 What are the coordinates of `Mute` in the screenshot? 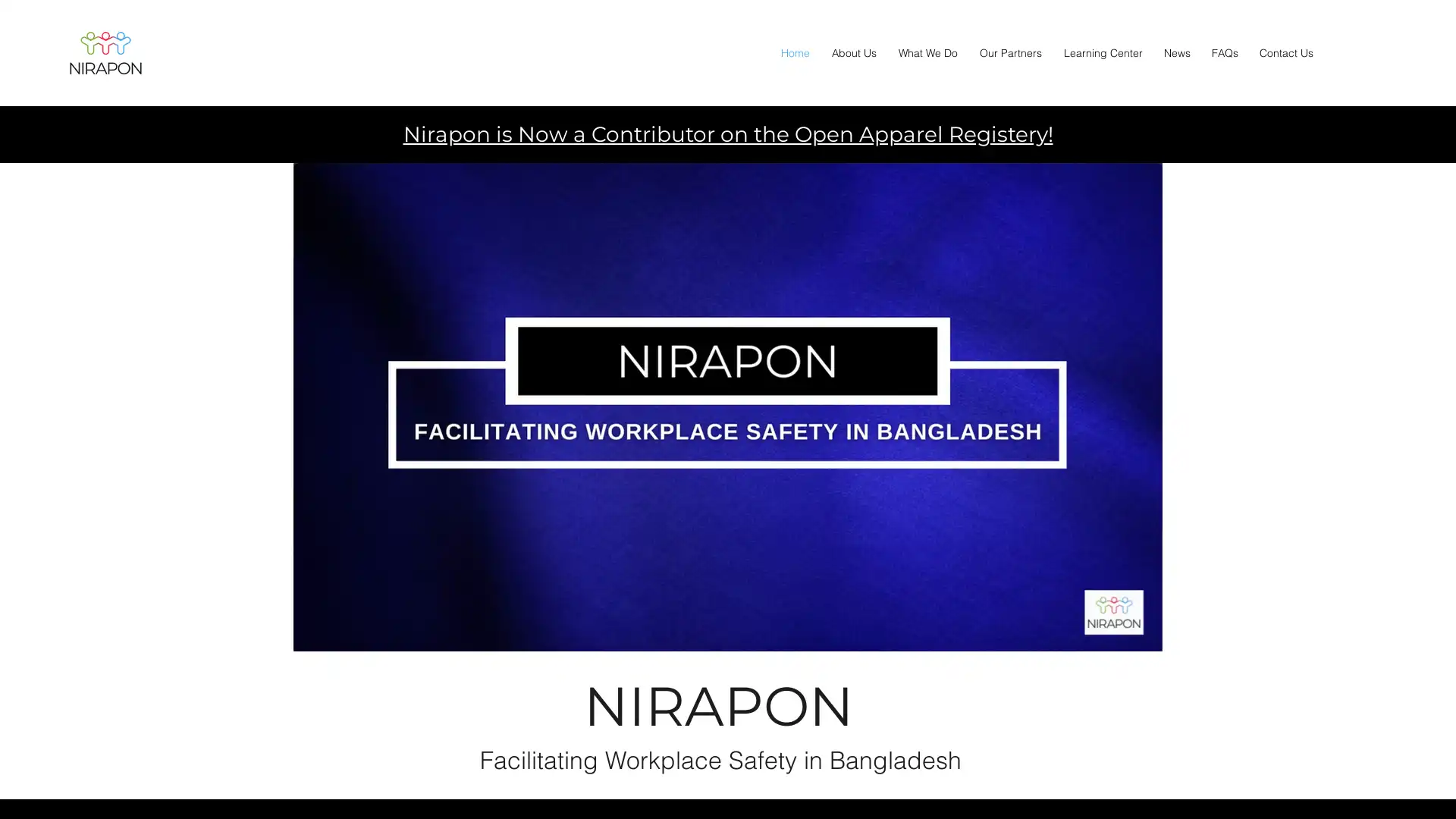 It's located at (1143, 635).